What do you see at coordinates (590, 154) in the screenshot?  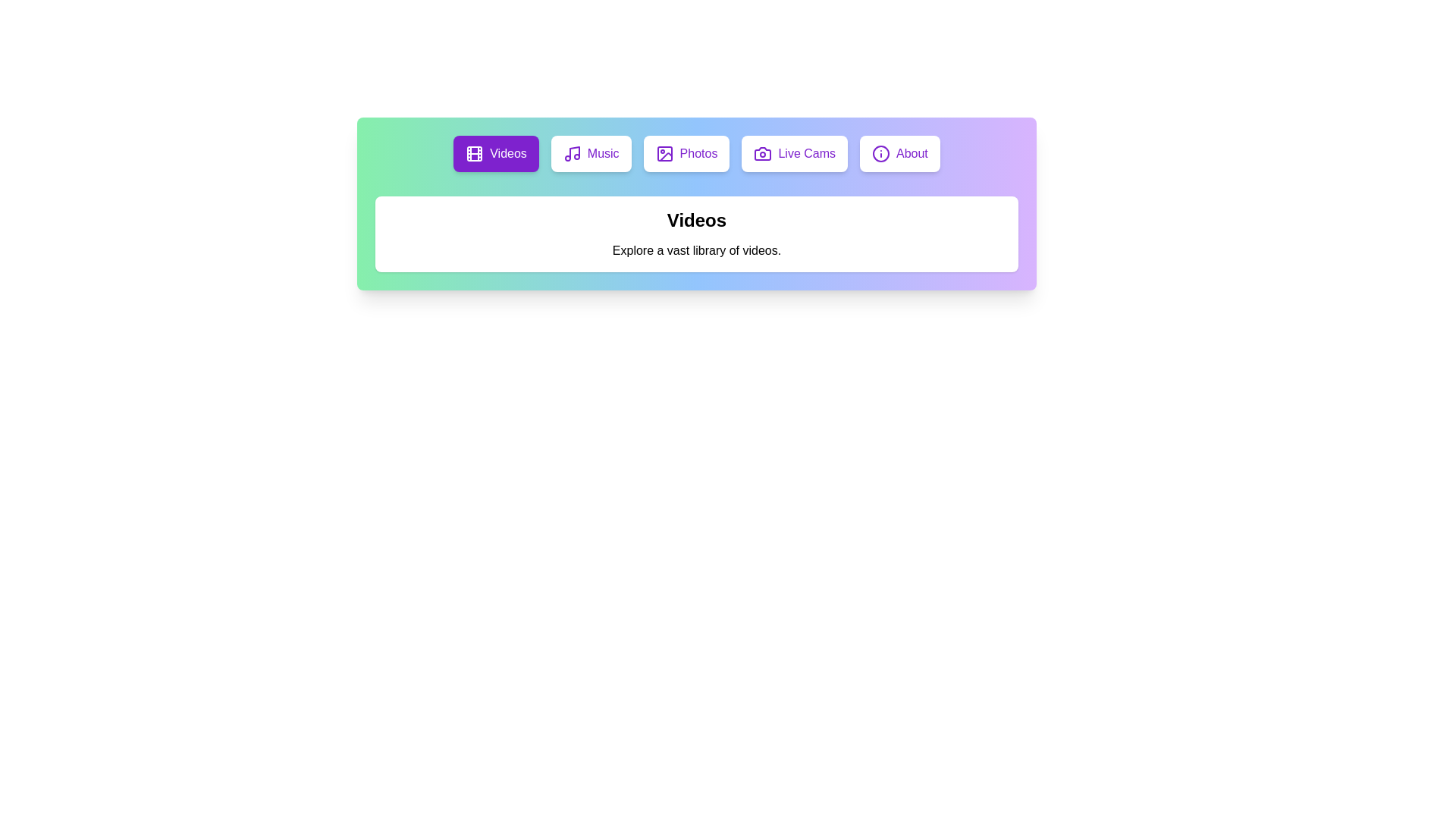 I see `the tab labeled Music to switch to that tab` at bounding box center [590, 154].